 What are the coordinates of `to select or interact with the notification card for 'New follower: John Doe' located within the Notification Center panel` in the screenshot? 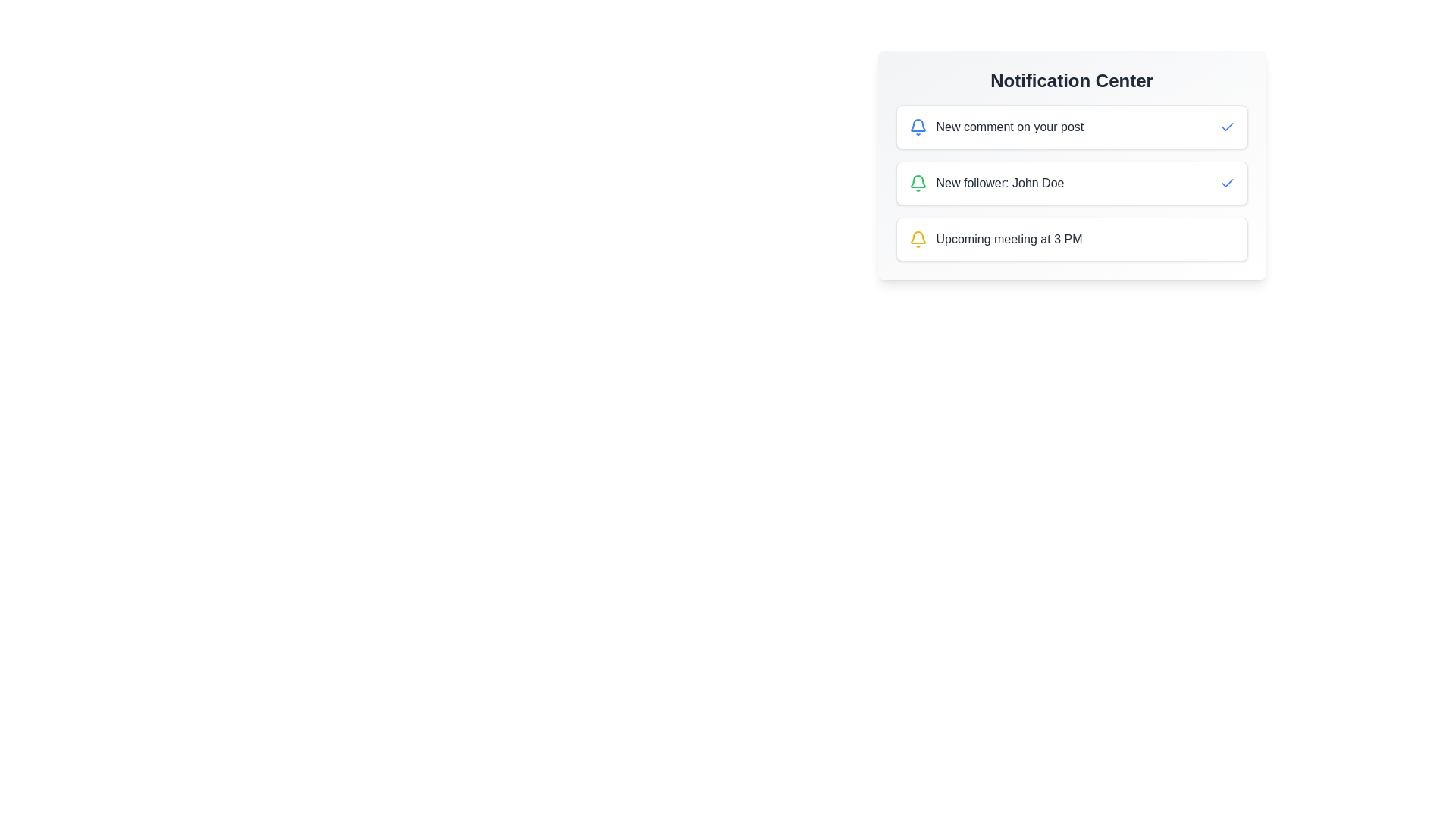 It's located at (1071, 165).